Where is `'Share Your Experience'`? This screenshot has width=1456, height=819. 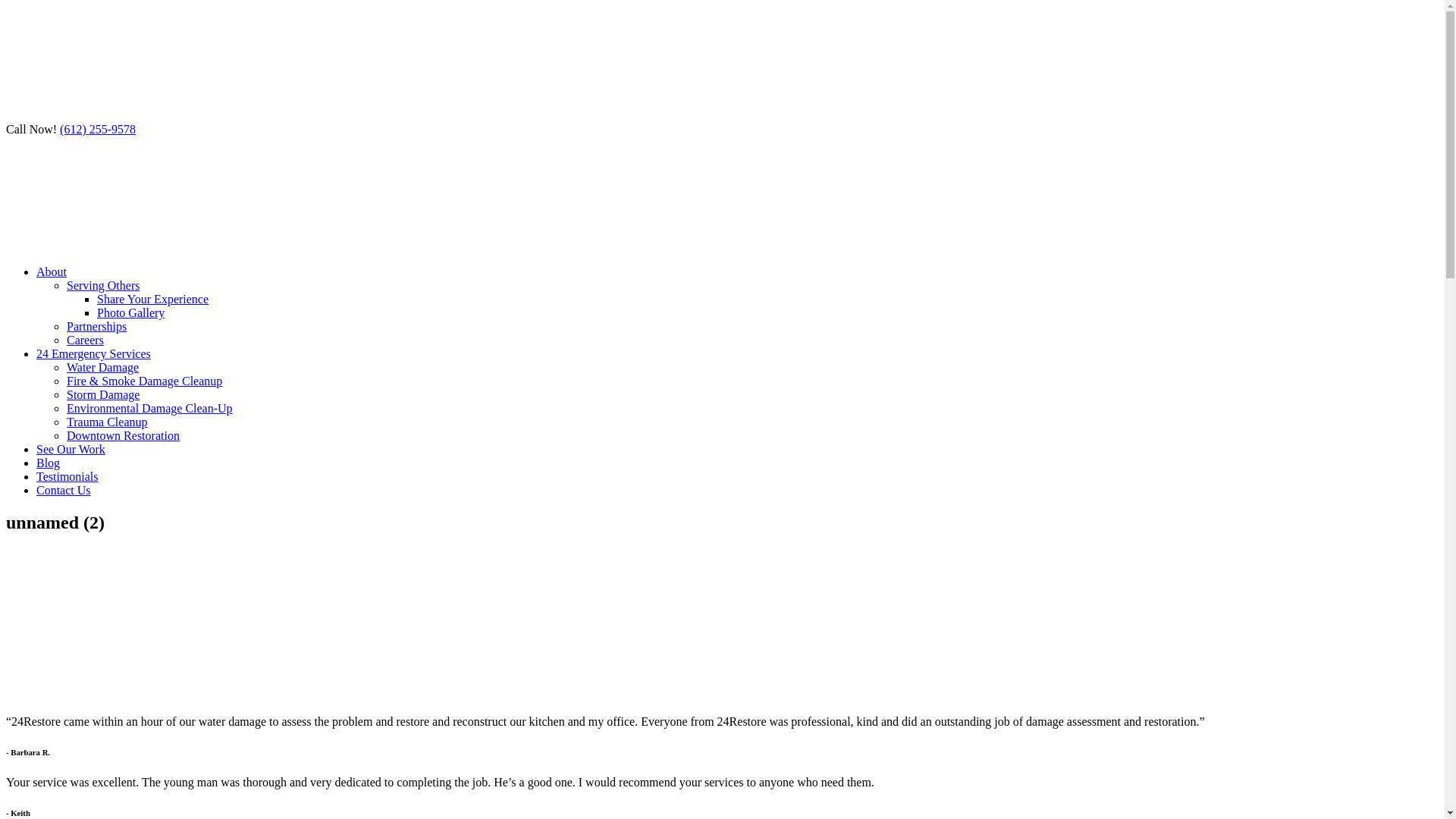 'Share Your Experience' is located at coordinates (152, 299).